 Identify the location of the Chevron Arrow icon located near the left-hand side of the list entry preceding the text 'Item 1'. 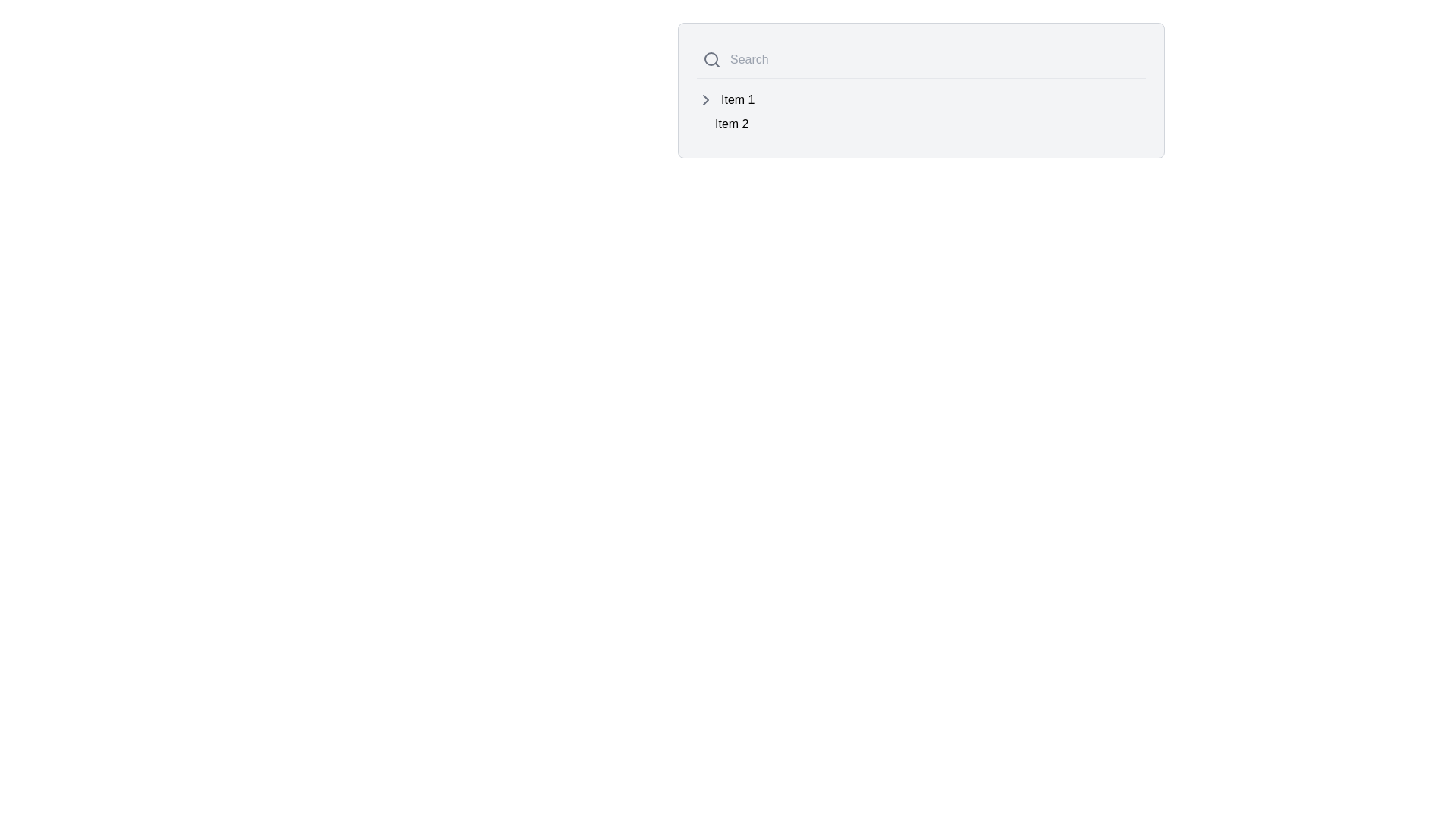
(705, 99).